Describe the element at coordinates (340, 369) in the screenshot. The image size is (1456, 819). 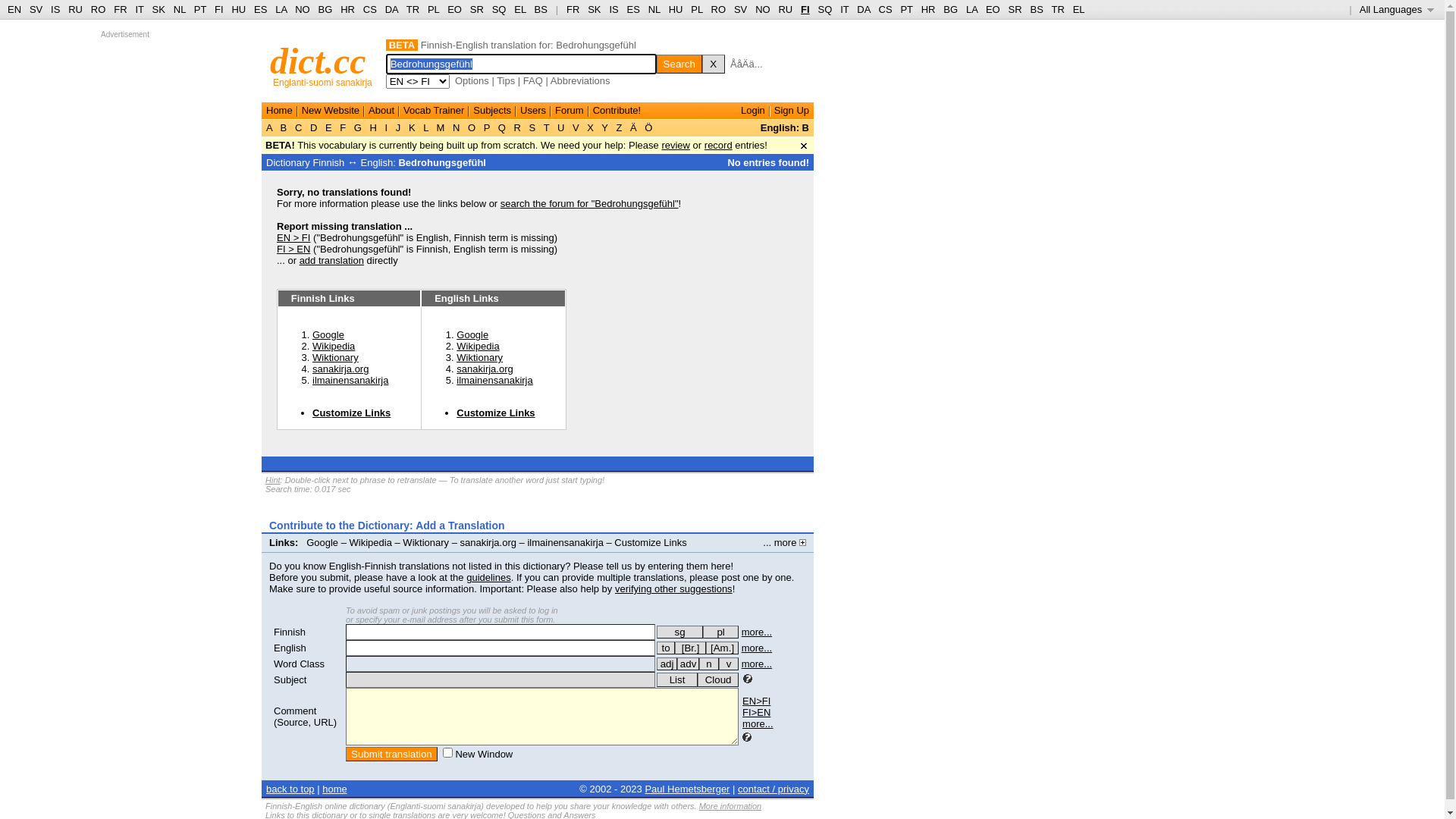
I see `'sanakirja.org'` at that location.